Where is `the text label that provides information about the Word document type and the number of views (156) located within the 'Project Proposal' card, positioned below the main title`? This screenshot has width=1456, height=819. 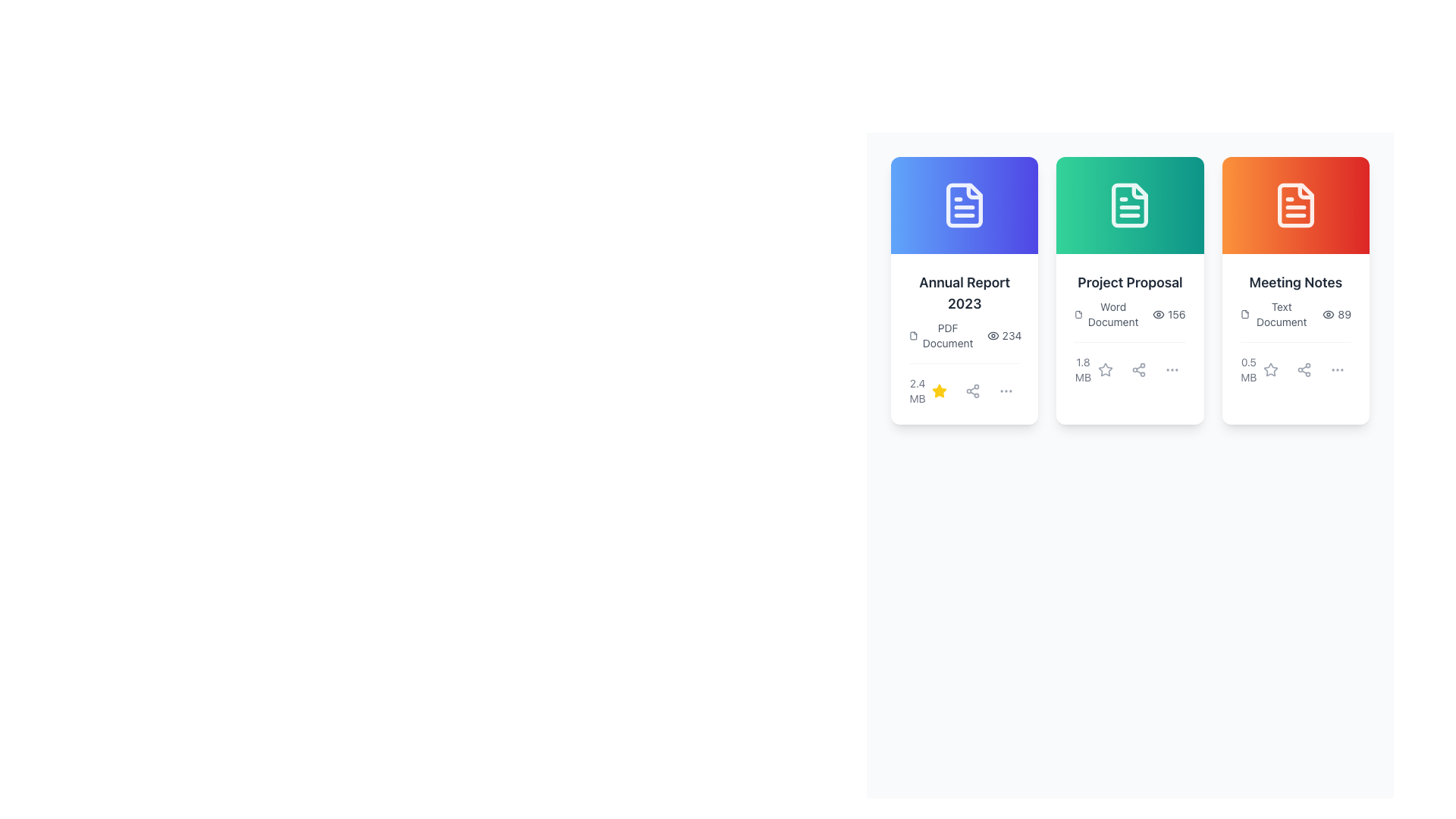
the text label that provides information about the Word document type and the number of views (156) located within the 'Project Proposal' card, positioned below the main title is located at coordinates (1130, 314).